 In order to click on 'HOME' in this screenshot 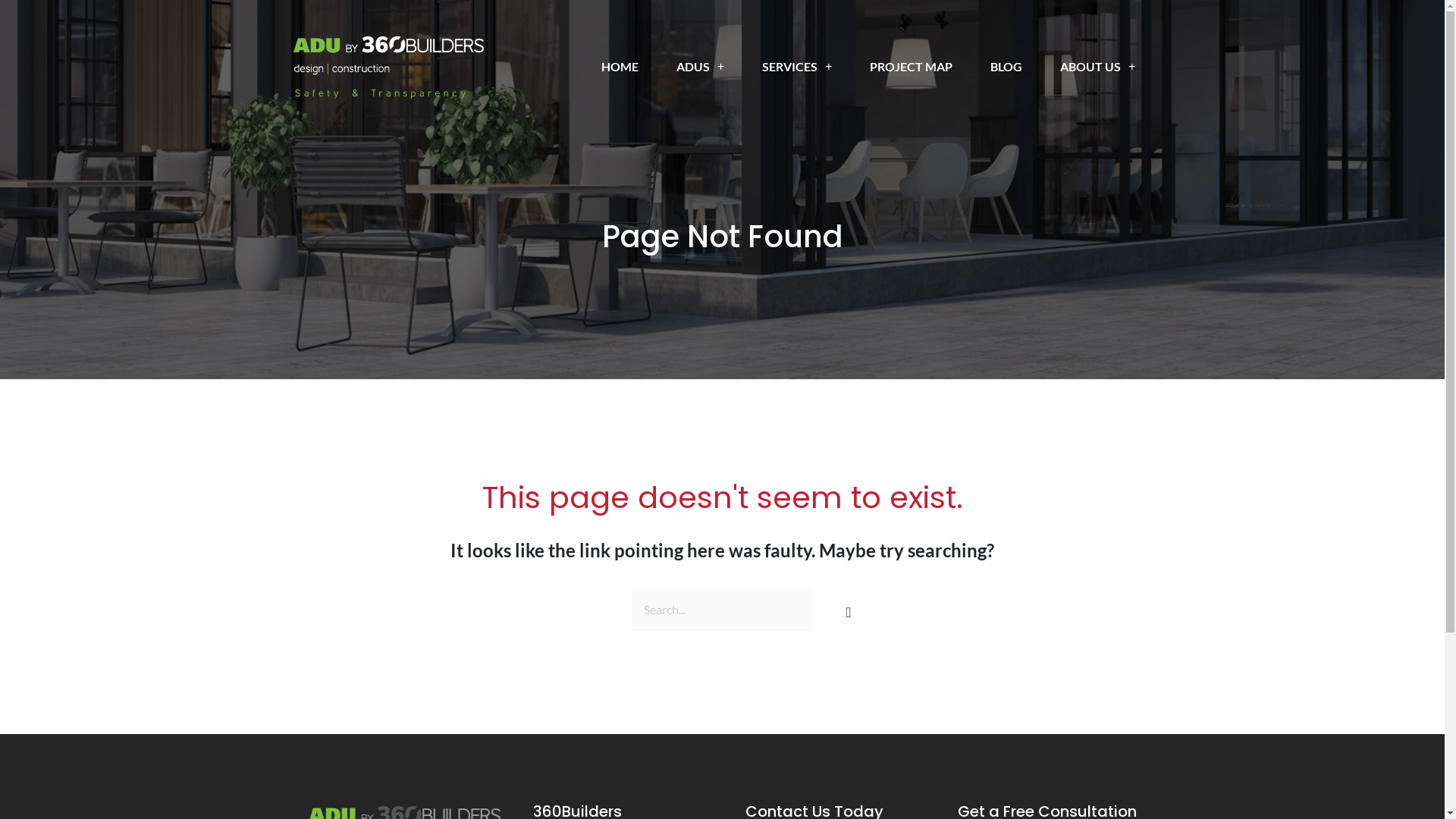, I will do `click(620, 66)`.